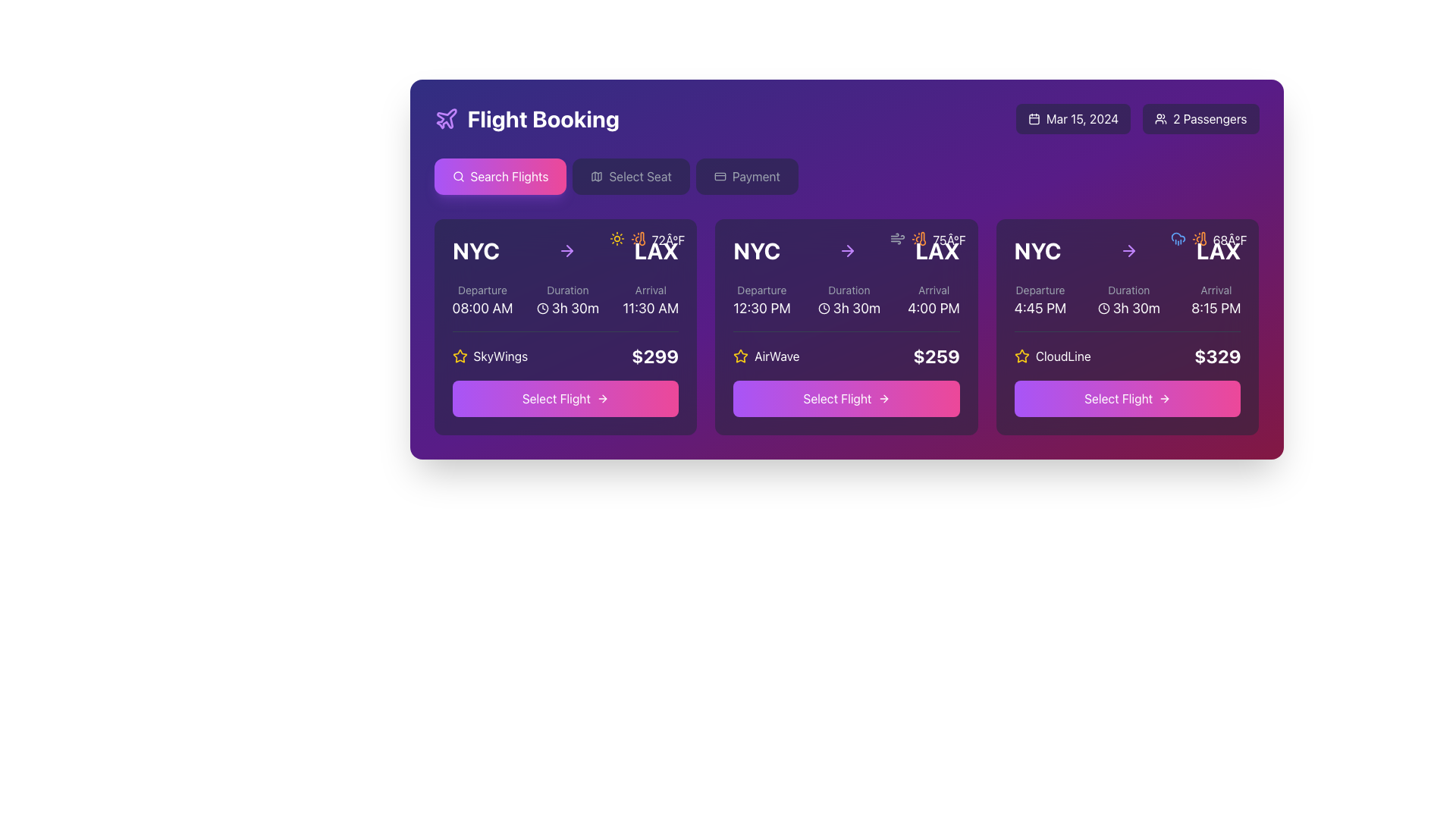 The width and height of the screenshot is (1456, 819). Describe the element at coordinates (1230, 239) in the screenshot. I see `the temperature display showing '68°F' in white font, located in the upper-right corner of the flight information card adjacent to the LAX label` at that location.